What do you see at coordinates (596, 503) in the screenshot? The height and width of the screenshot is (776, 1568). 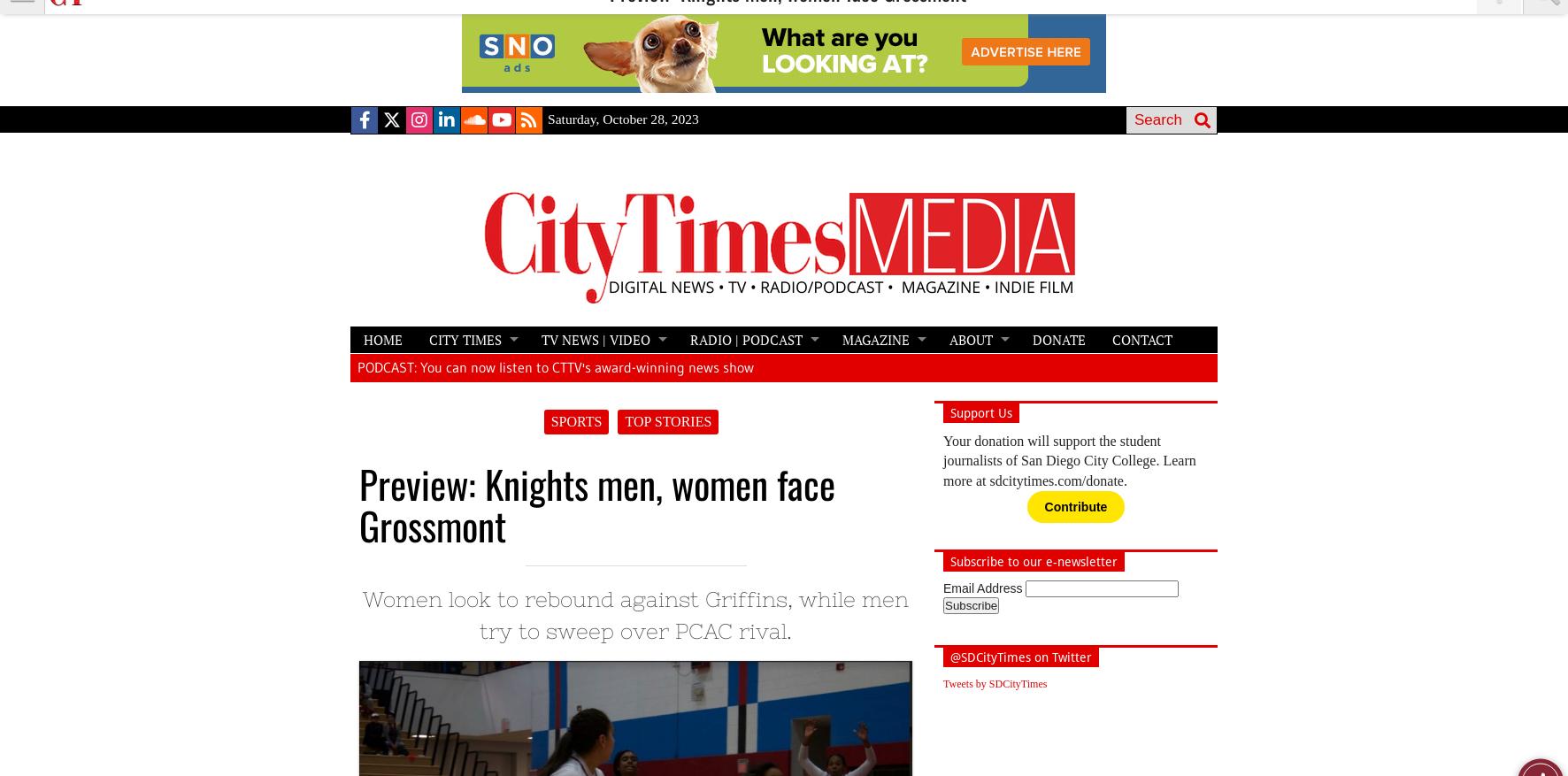 I see `'Preview: Knights men, women face Grossmont'` at bounding box center [596, 503].